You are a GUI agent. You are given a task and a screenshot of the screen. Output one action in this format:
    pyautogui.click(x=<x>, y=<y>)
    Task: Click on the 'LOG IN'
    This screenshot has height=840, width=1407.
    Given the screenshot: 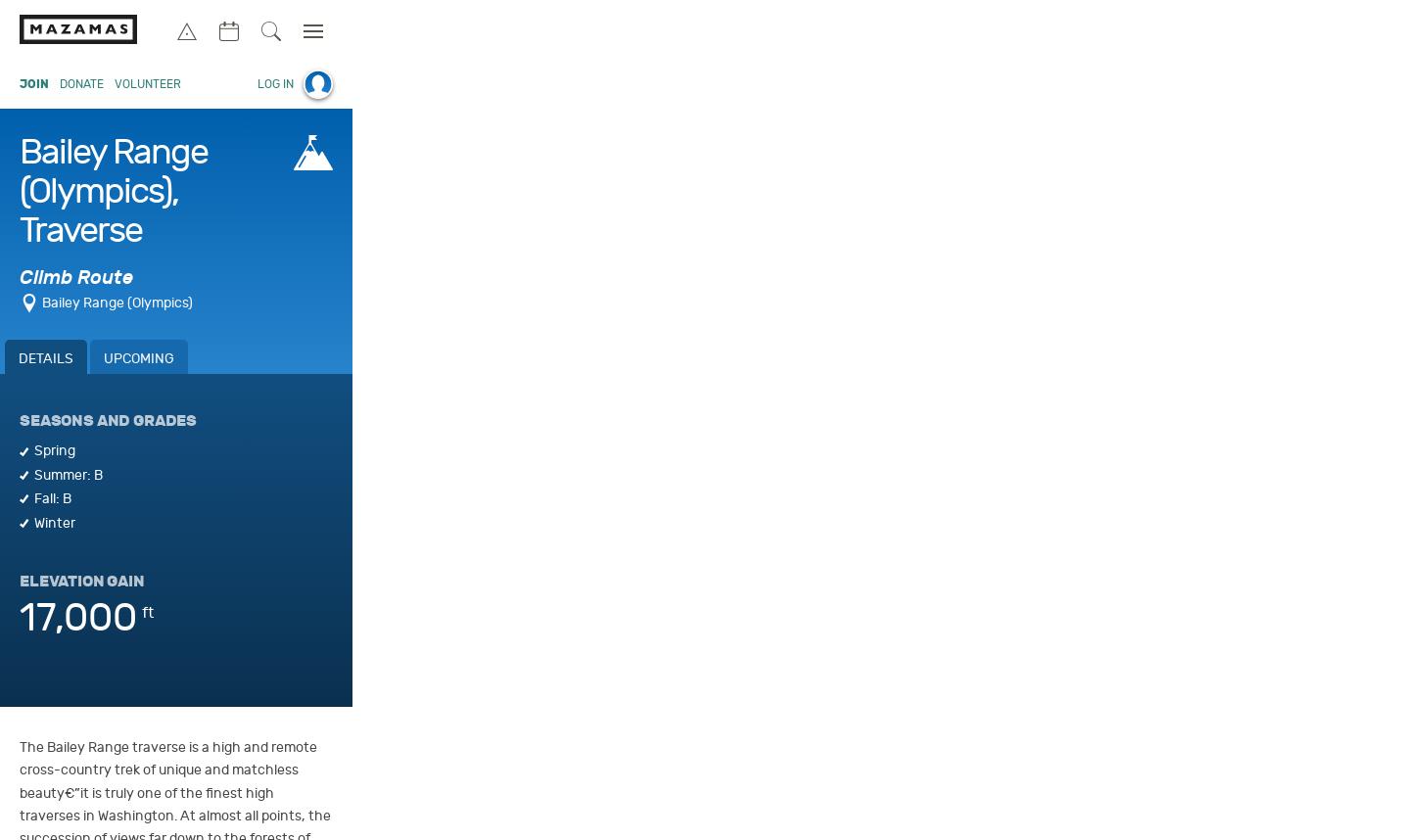 What is the action you would take?
    pyautogui.click(x=275, y=82)
    